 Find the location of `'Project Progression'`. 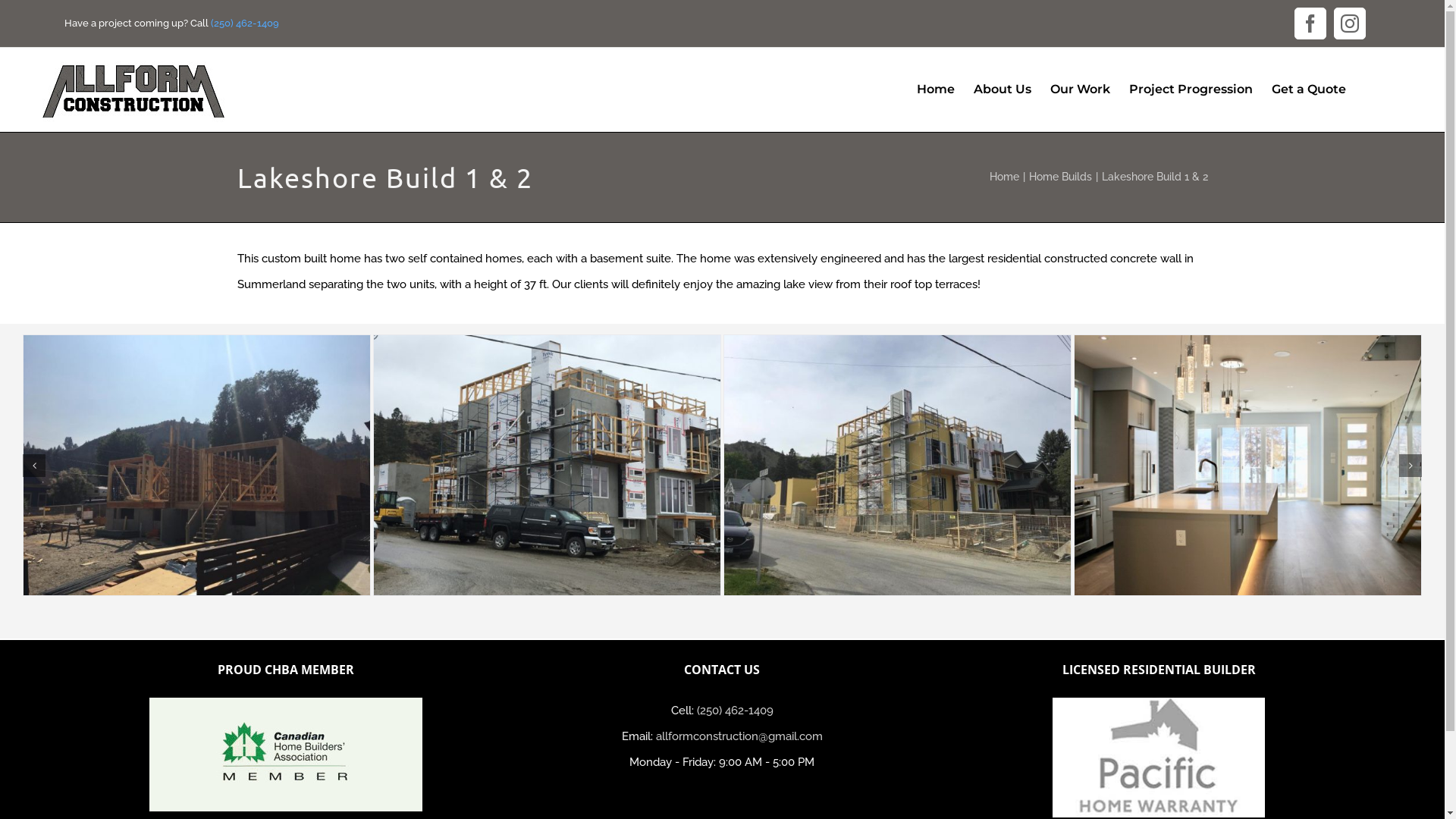

'Project Progression' is located at coordinates (1190, 89).